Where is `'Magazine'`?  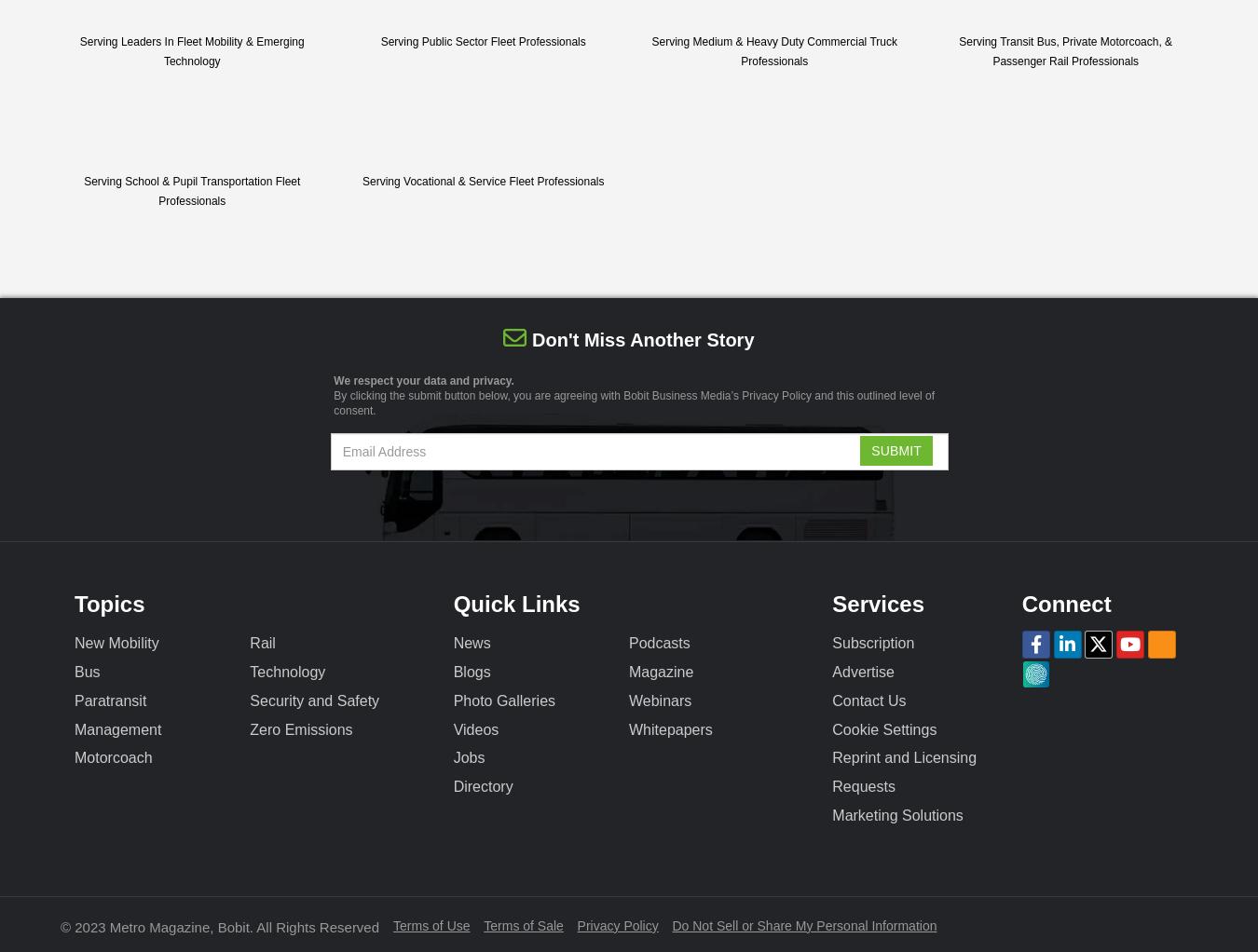 'Magazine' is located at coordinates (660, 671).